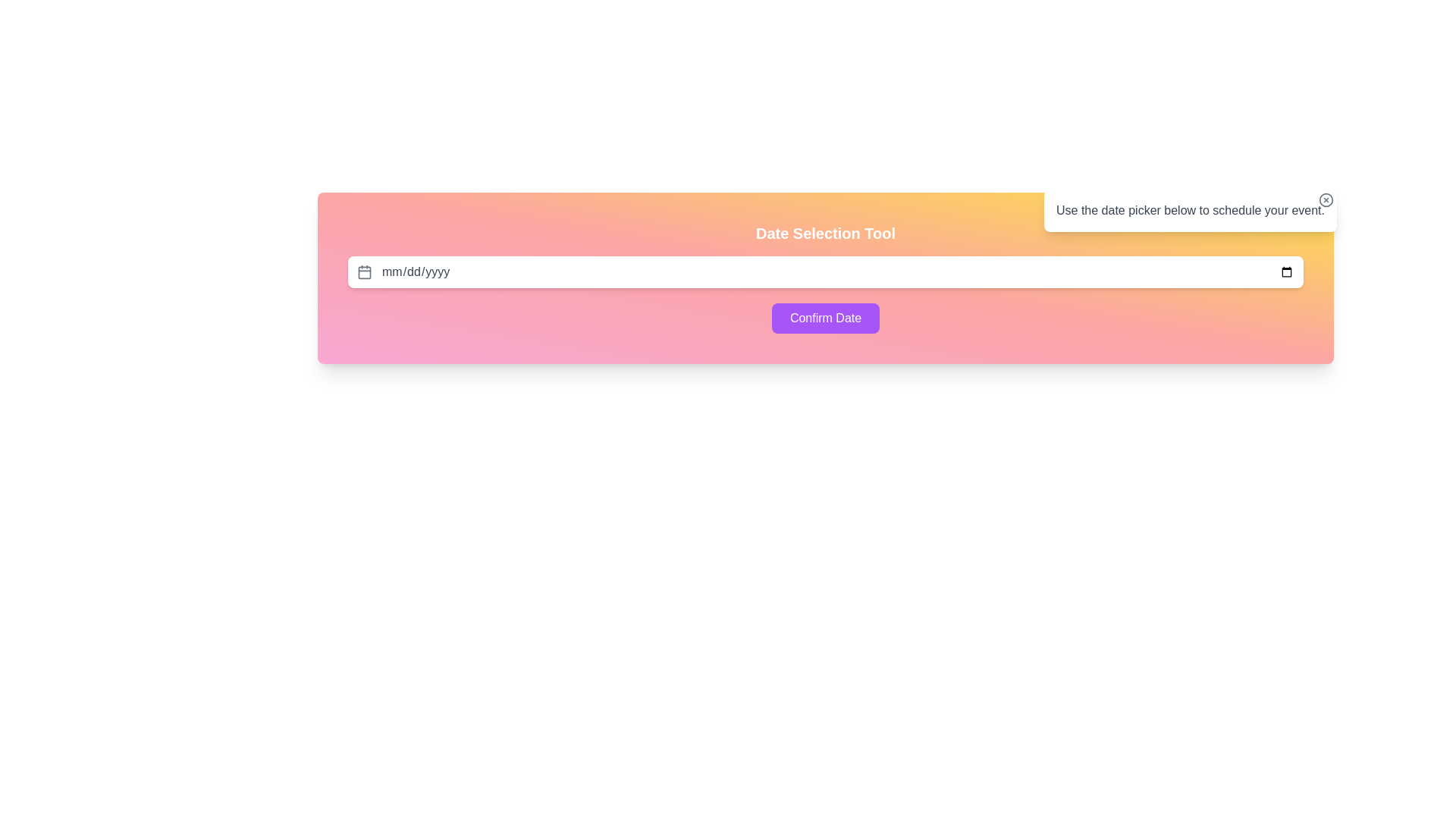  What do you see at coordinates (825, 271) in the screenshot?
I see `the Date Picker Input Field located in the center of the 'Date Selection Tool' area` at bounding box center [825, 271].